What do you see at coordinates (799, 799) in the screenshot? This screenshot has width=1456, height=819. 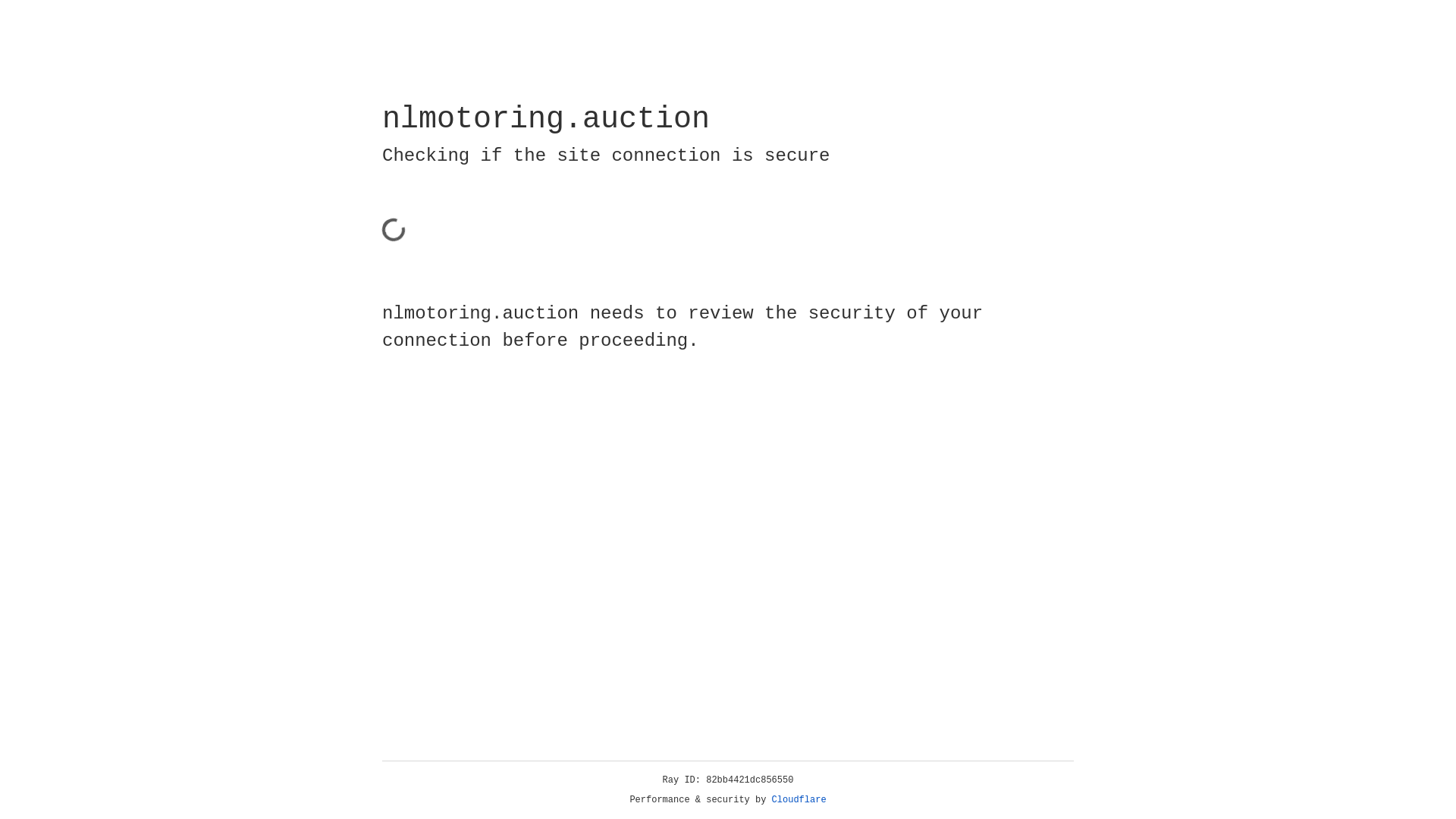 I see `'Cloudflare'` at bounding box center [799, 799].